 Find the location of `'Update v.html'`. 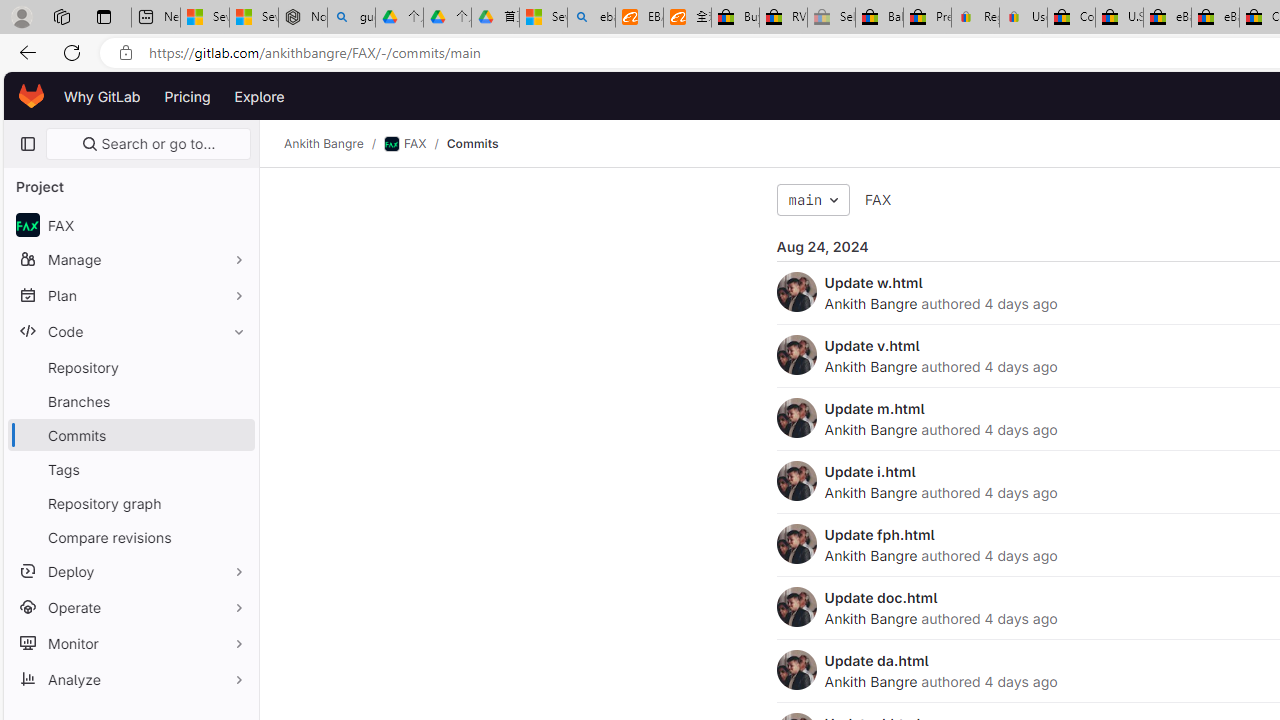

'Update v.html' is located at coordinates (872, 344).